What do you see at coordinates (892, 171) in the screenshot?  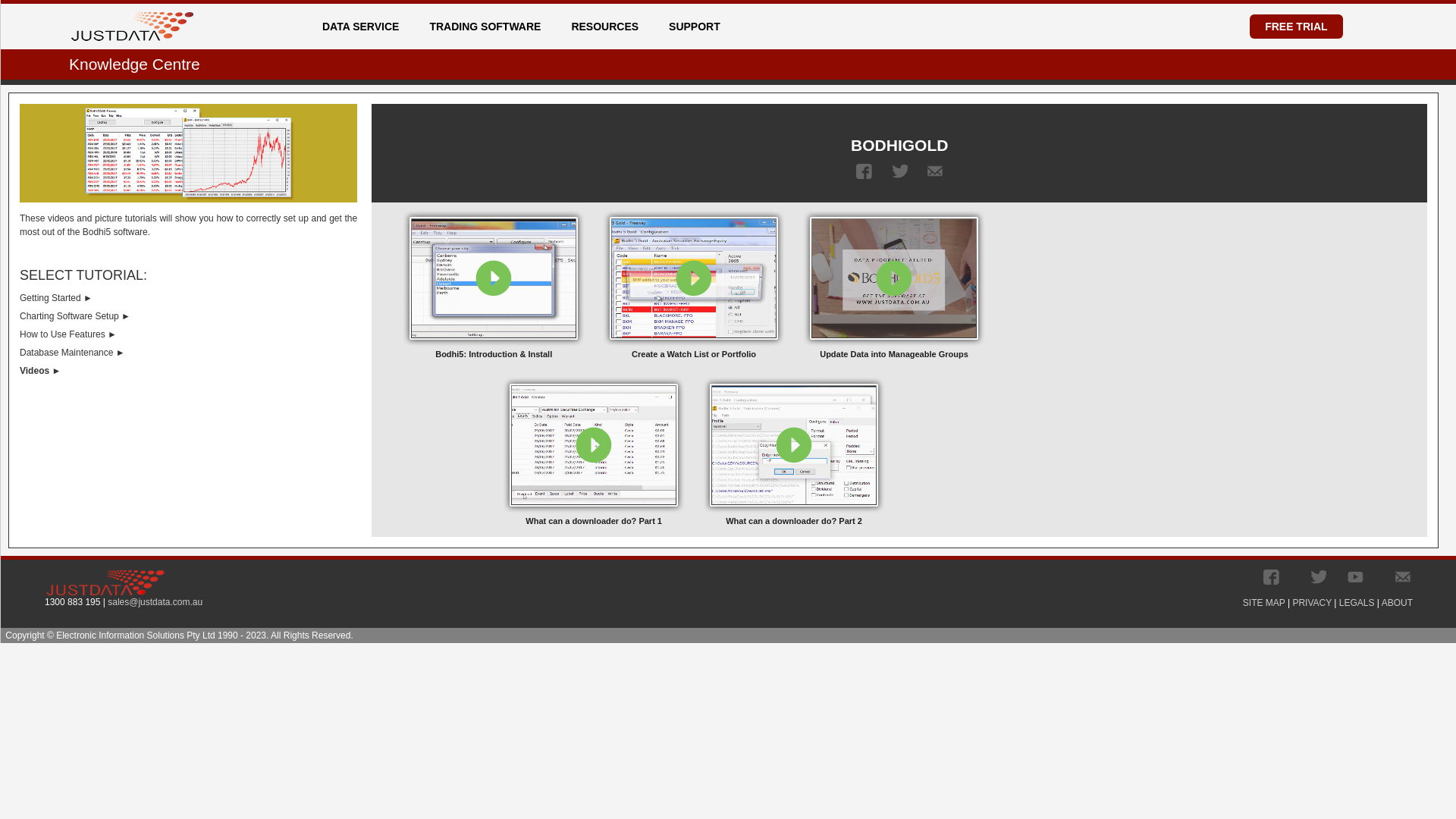 I see `' '` at bounding box center [892, 171].